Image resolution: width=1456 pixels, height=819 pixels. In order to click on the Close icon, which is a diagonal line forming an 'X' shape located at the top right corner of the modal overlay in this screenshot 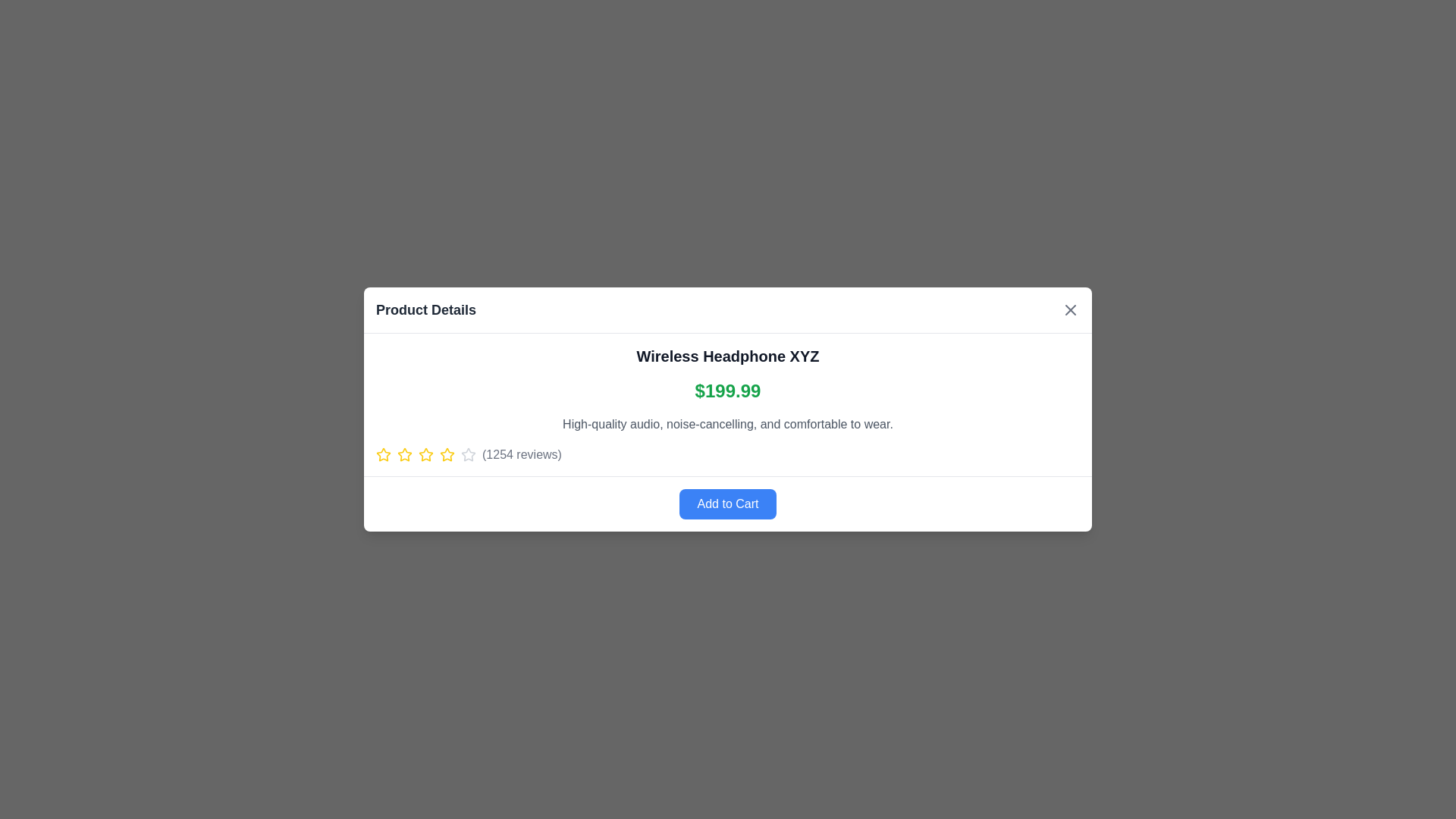, I will do `click(1069, 309)`.